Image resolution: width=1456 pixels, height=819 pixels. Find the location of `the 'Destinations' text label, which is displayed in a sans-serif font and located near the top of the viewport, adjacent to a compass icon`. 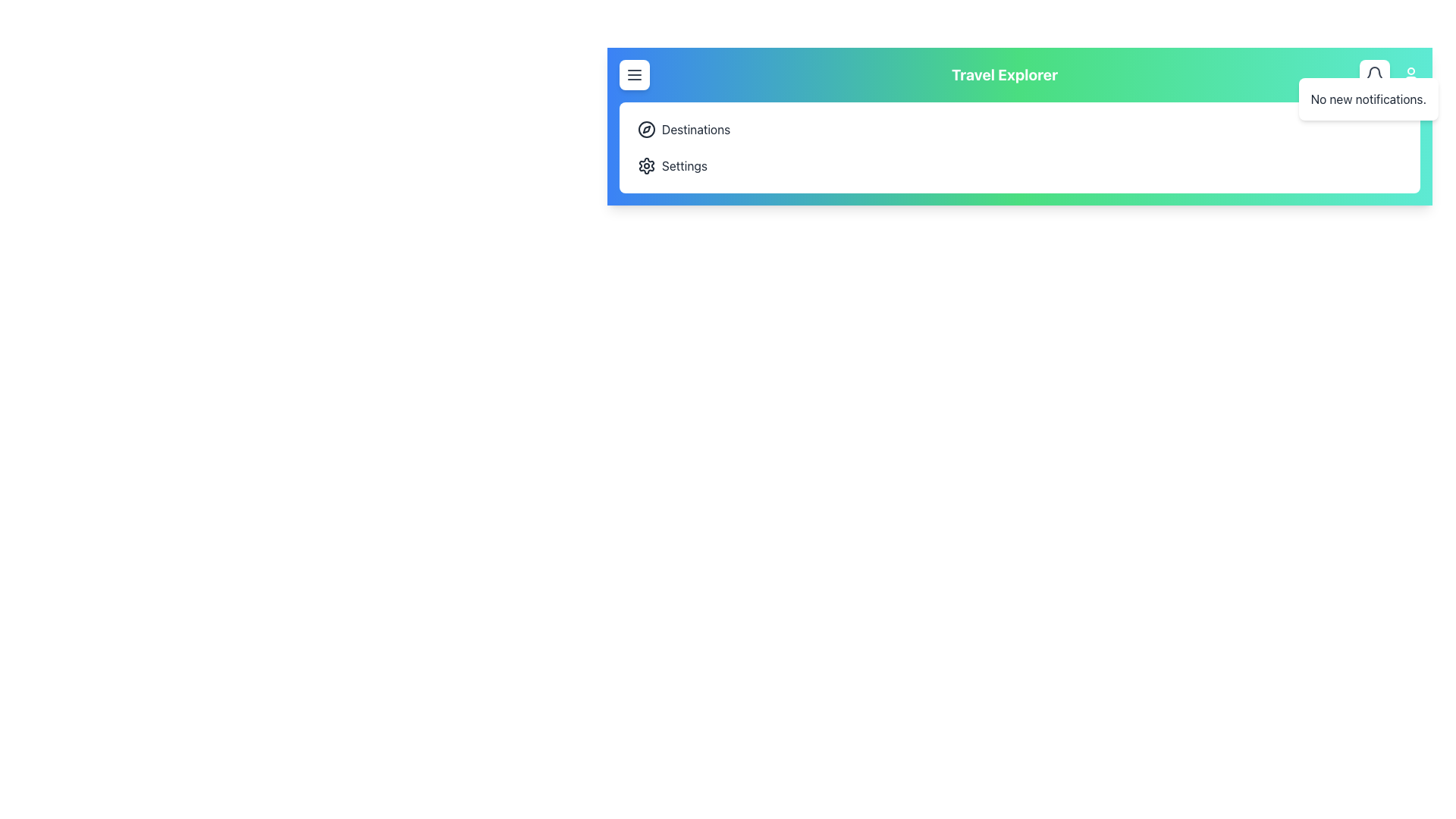

the 'Destinations' text label, which is displayed in a sans-serif font and located near the top of the viewport, adjacent to a compass icon is located at coordinates (695, 128).